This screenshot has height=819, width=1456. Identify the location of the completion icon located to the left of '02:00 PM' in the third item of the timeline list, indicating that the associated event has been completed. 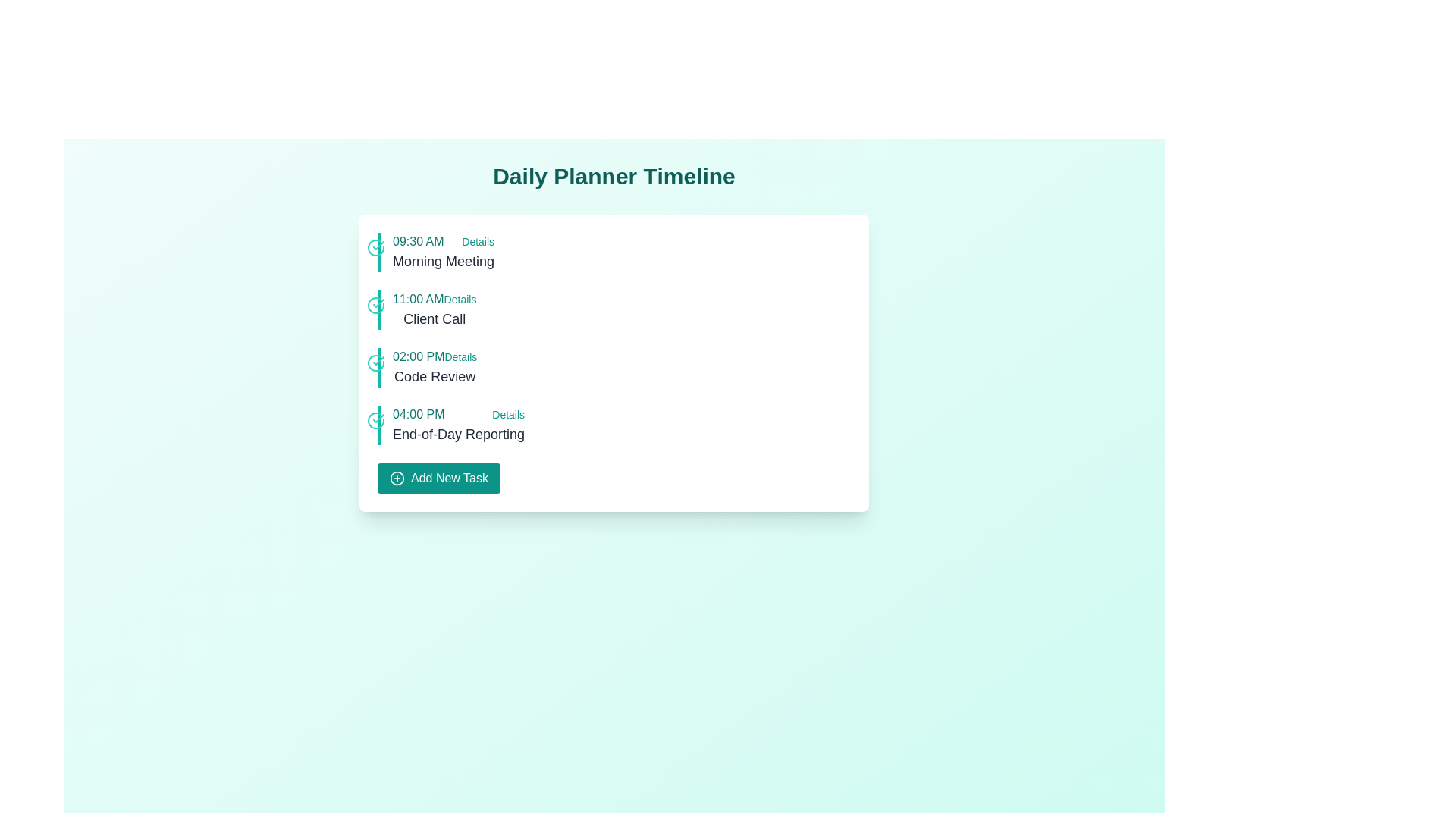
(375, 362).